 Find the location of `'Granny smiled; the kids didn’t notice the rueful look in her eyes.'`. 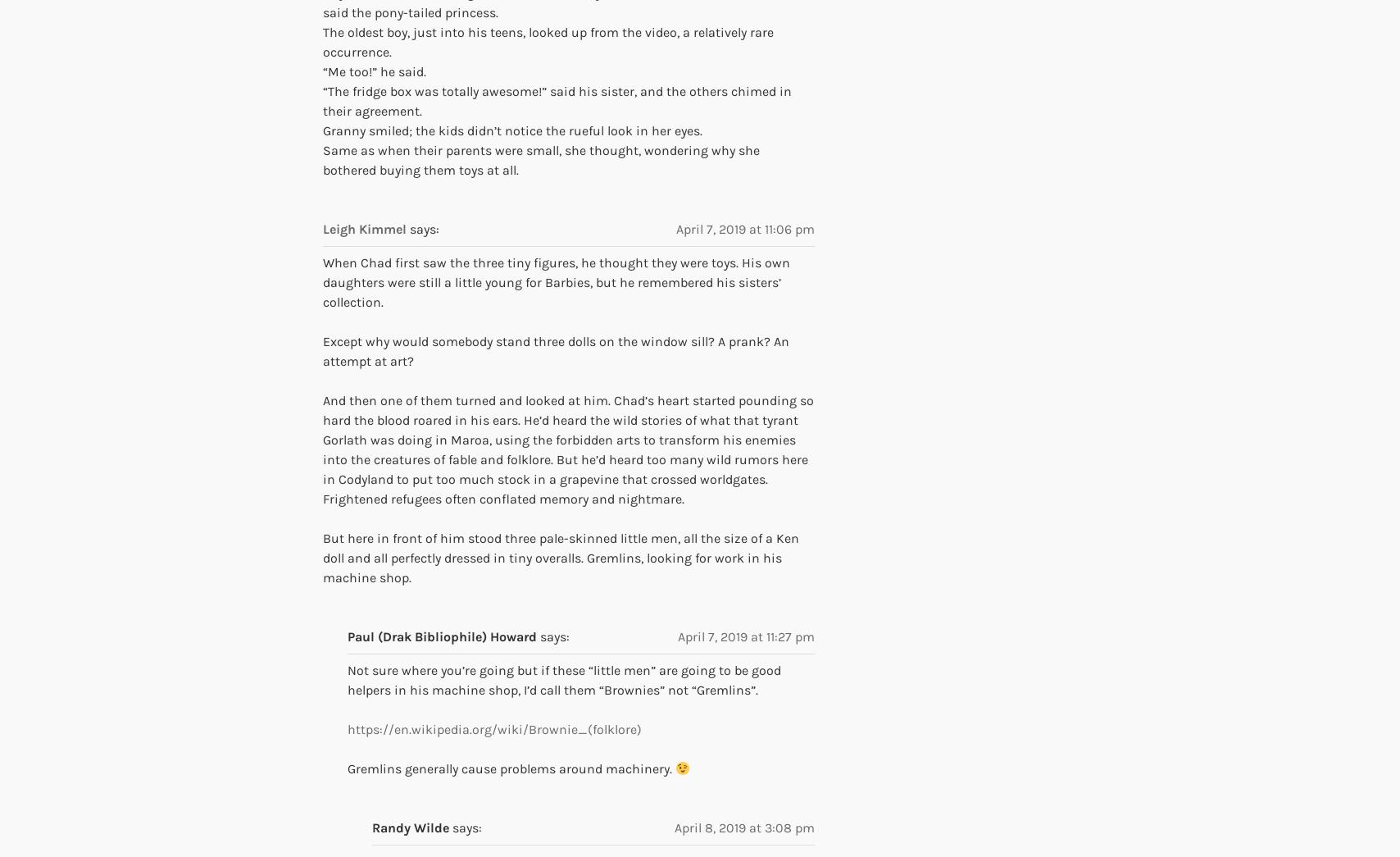

'Granny smiled; the kids didn’t notice the rueful look in her eyes.' is located at coordinates (323, 130).